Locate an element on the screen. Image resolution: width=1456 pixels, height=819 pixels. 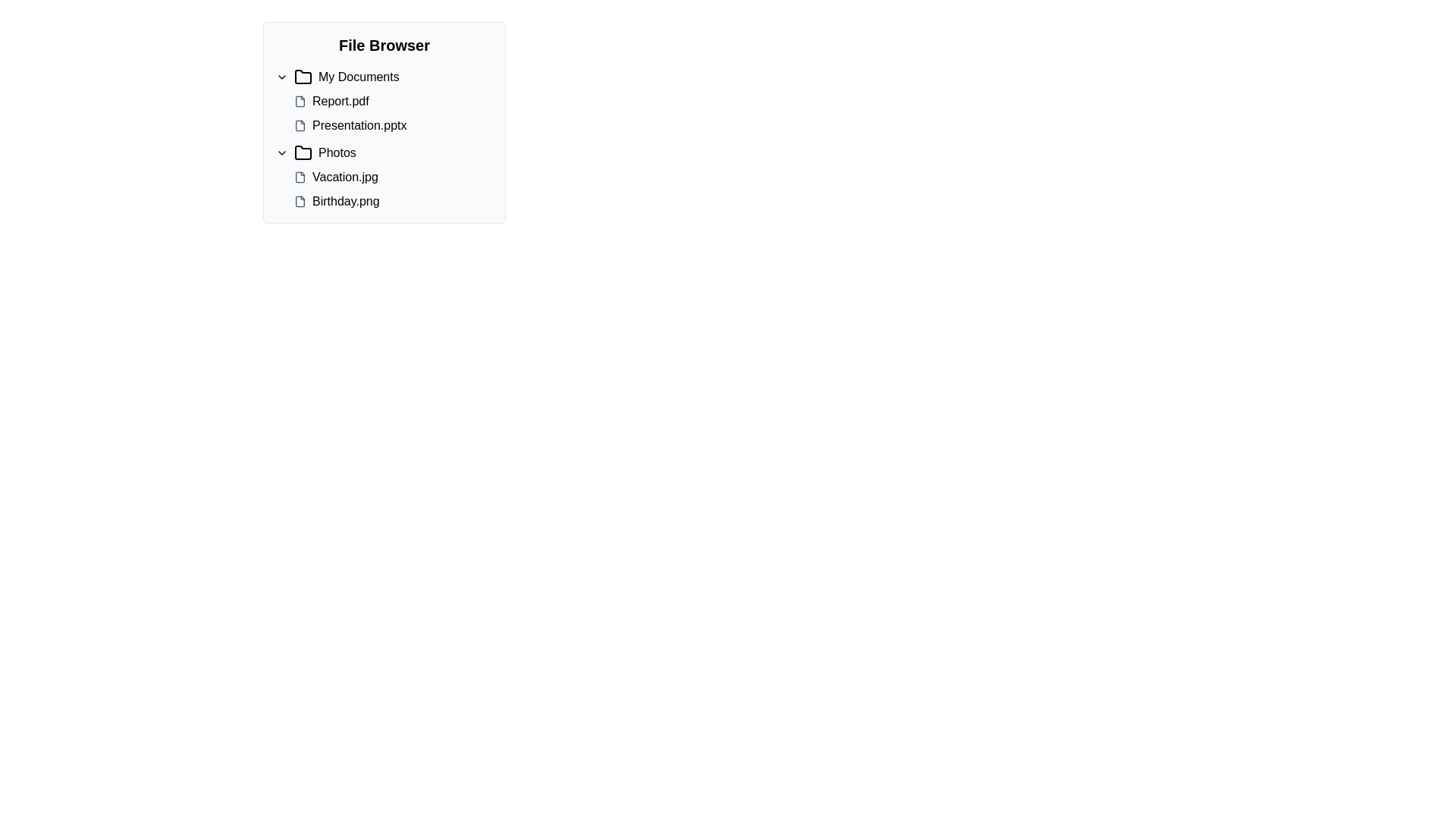
the icon resembling a document with a folded top-right corner, located next is located at coordinates (300, 201).